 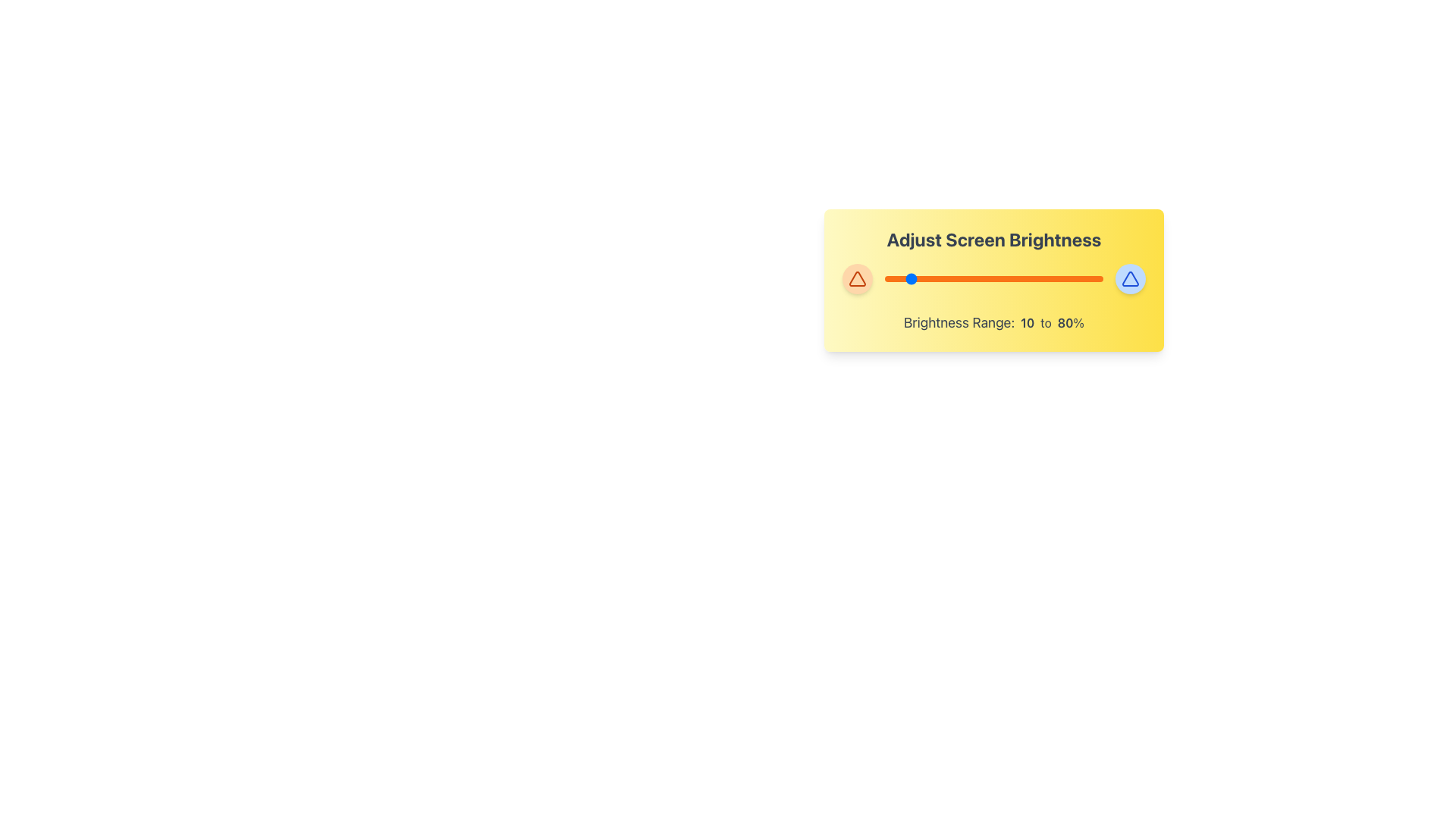 What do you see at coordinates (915, 278) in the screenshot?
I see `brightness` at bounding box center [915, 278].